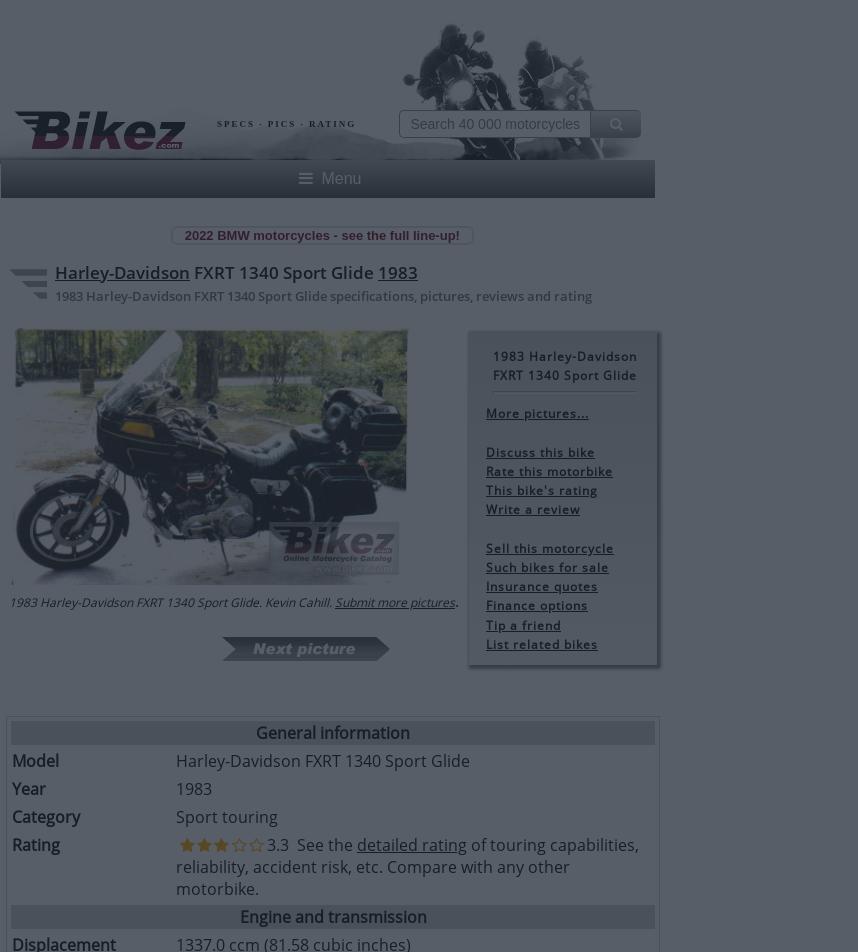 This screenshot has width=858, height=952. I want to click on 'SPECS · PICS · RATING', so click(286, 124).